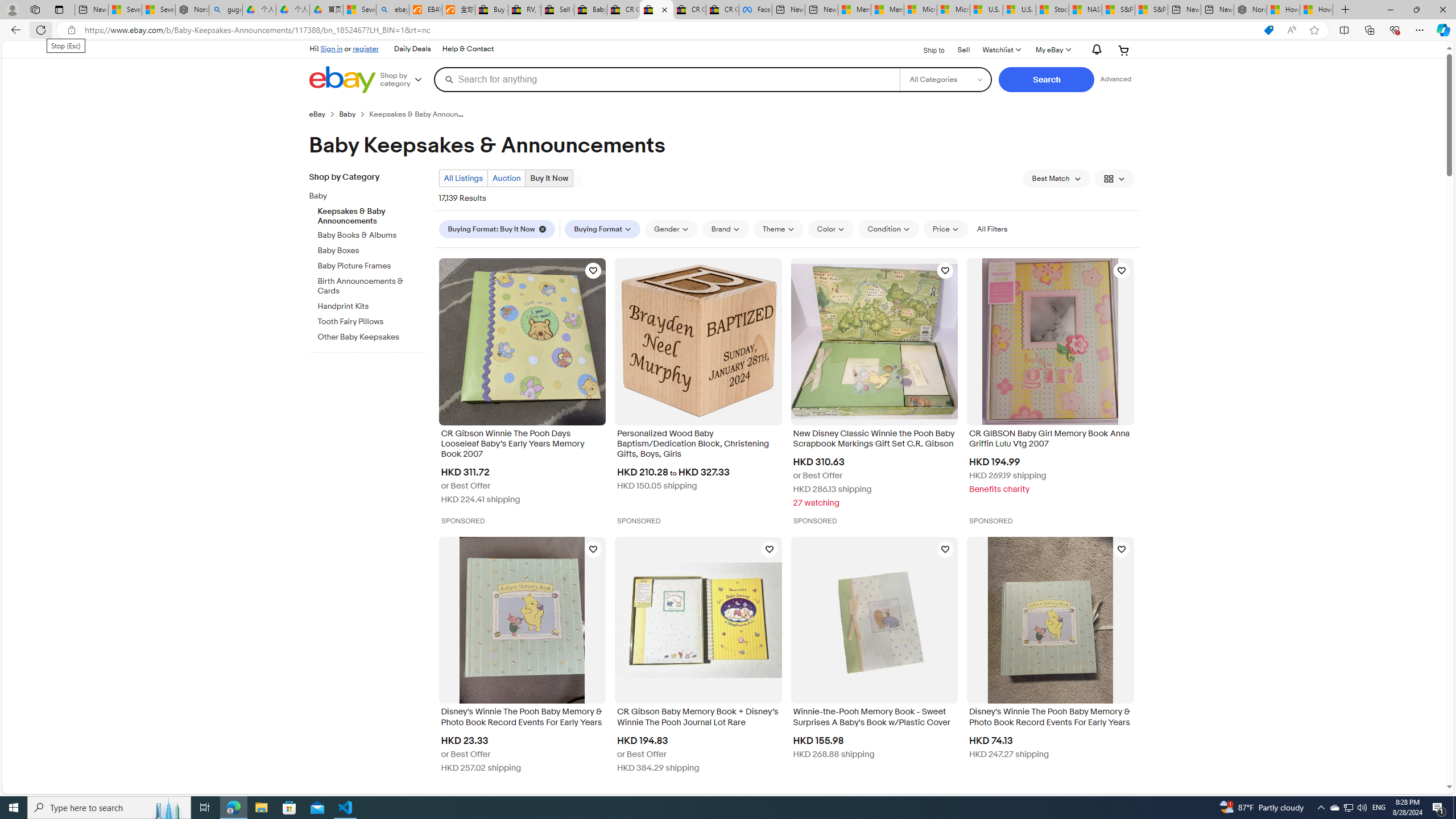 Image resolution: width=1456 pixels, height=819 pixels. I want to click on 'guge yunpan - Search', so click(225, 9).